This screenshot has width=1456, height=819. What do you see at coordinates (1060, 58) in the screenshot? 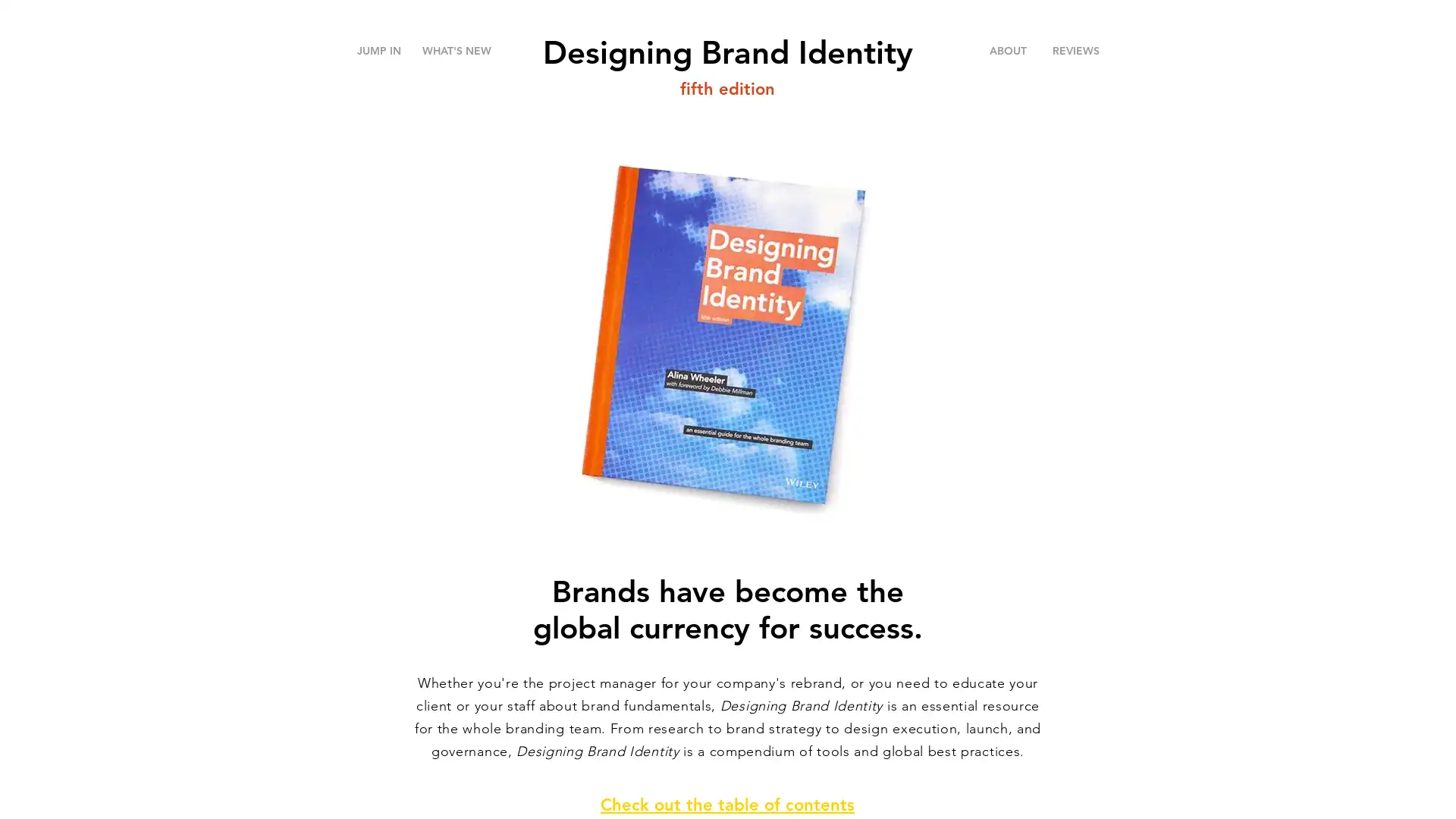
I see `FAQS` at bounding box center [1060, 58].